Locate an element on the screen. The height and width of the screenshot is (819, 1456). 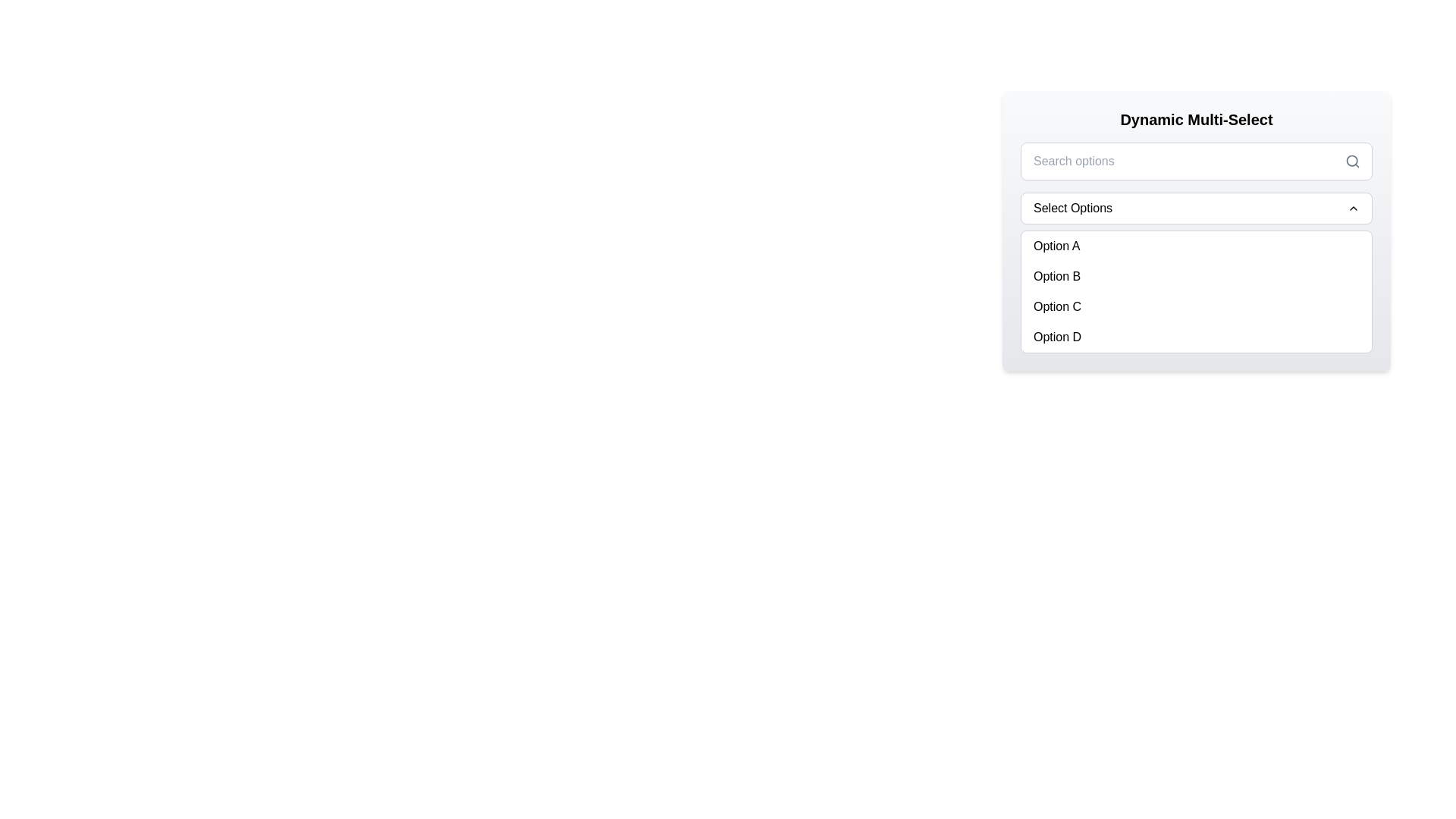
the Search Input Box located below the title 'Dynamic Multi-Select' to focus on it is located at coordinates (1196, 161).